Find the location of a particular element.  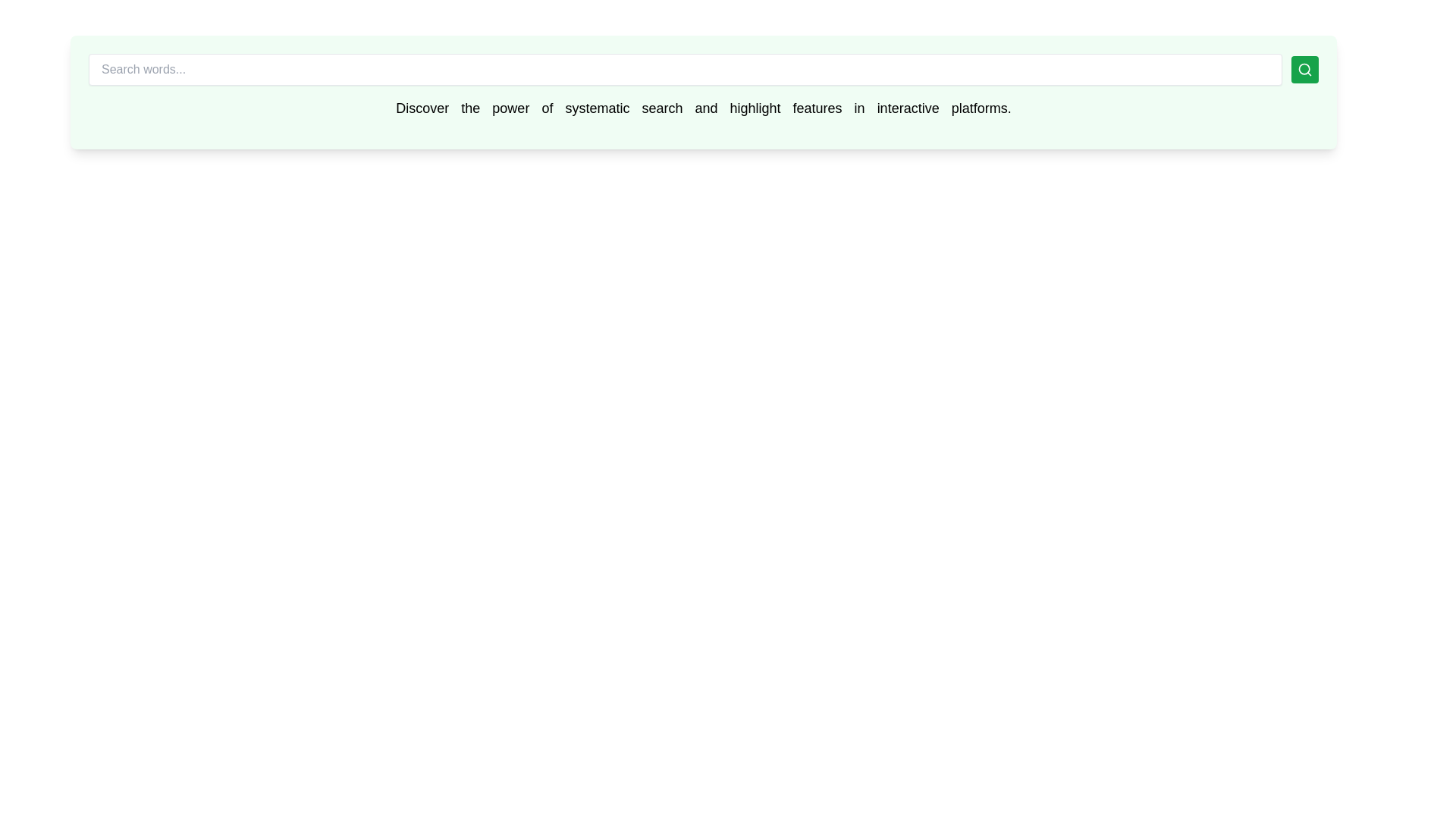

the text item 'search', which is the sixth word in a horizontally aligned sentence, between 'systematic' and 'and' is located at coordinates (662, 107).